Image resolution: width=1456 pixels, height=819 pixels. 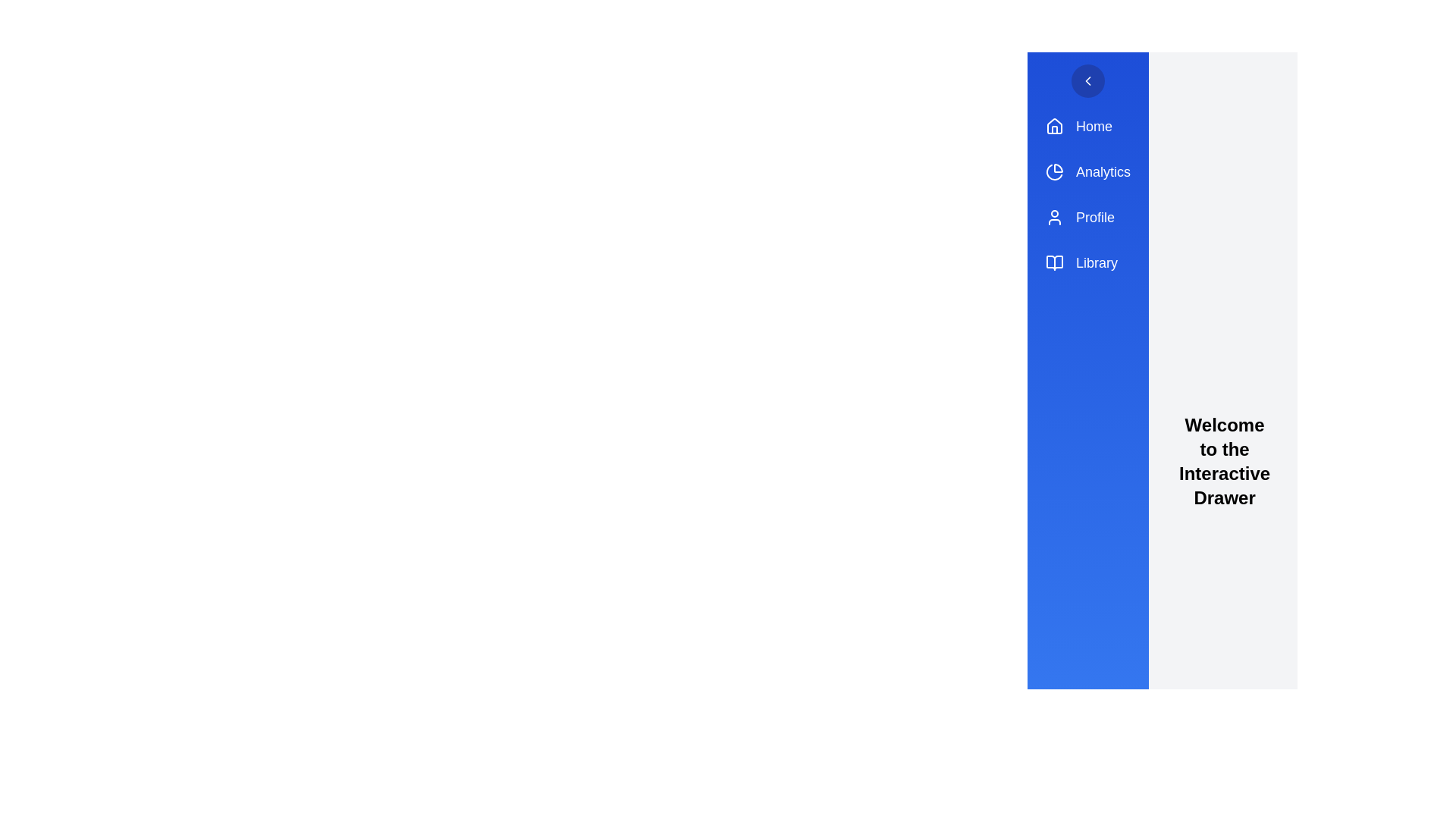 What do you see at coordinates (1087, 81) in the screenshot?
I see `circular button with the chevron icon to toggle the drawer's state` at bounding box center [1087, 81].